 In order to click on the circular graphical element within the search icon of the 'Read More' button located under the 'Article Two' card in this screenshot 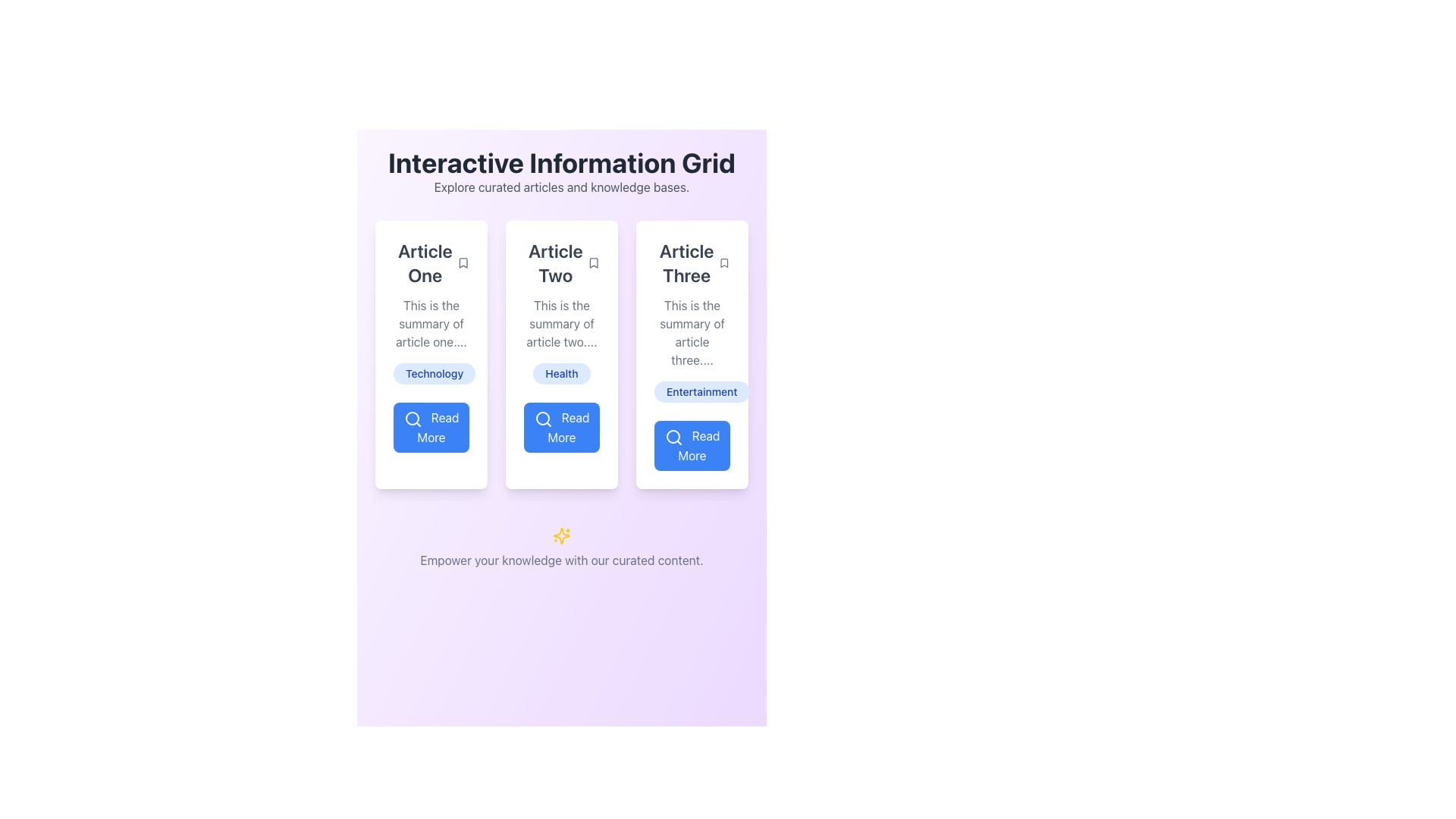, I will do `click(542, 418)`.